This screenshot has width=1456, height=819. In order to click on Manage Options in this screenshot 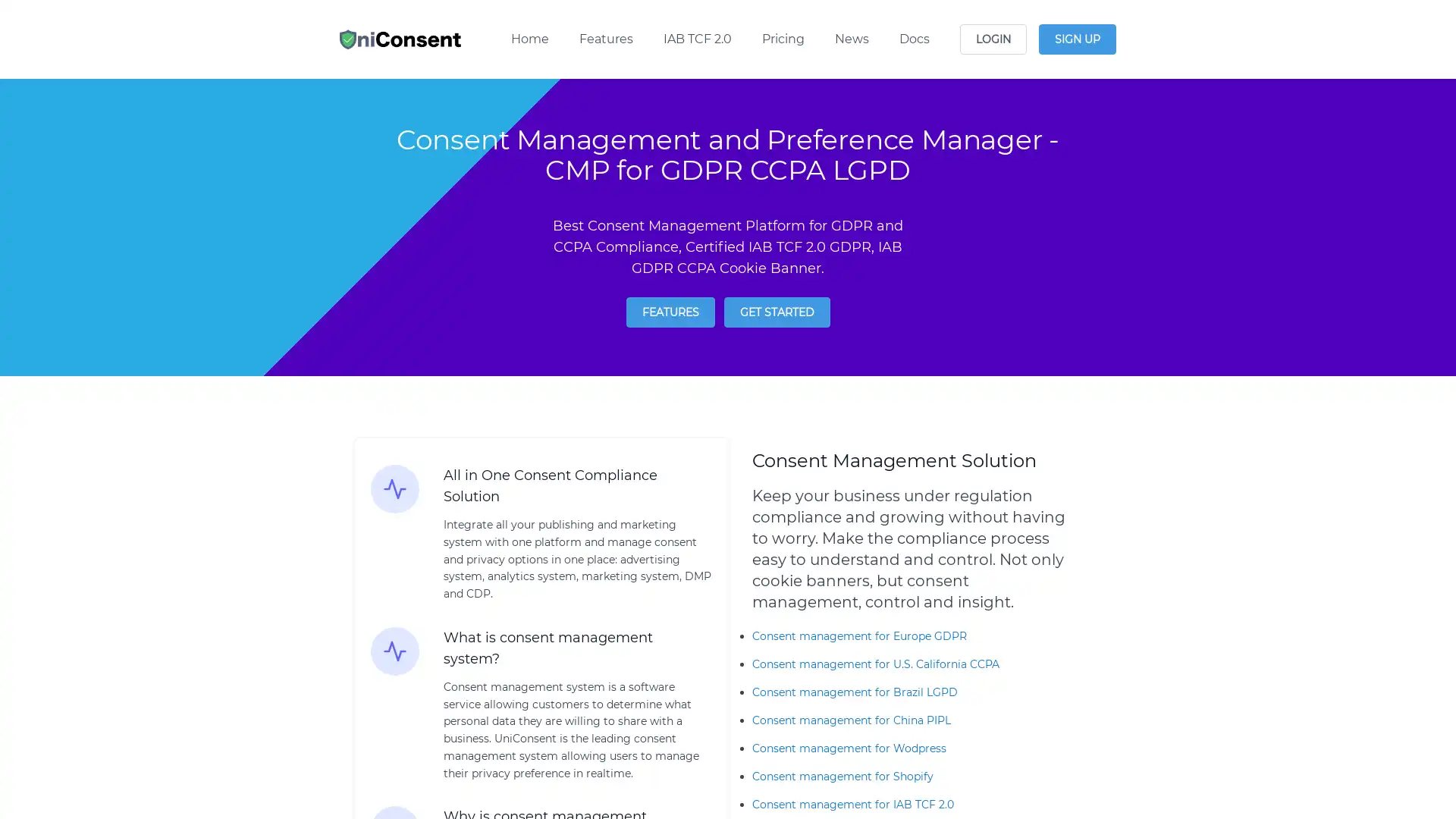, I will do `click(89, 791)`.